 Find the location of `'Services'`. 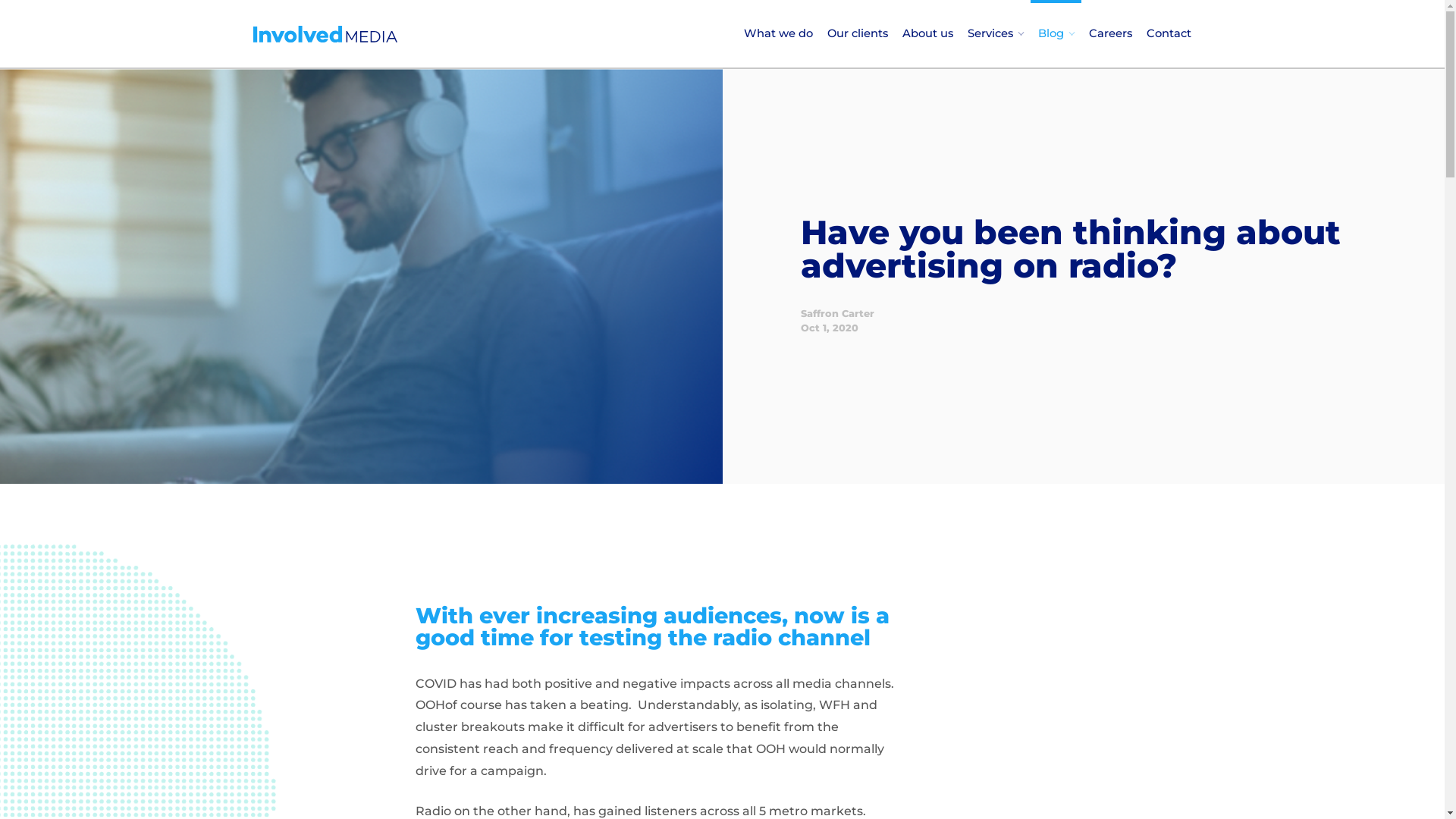

'Services' is located at coordinates (996, 33).